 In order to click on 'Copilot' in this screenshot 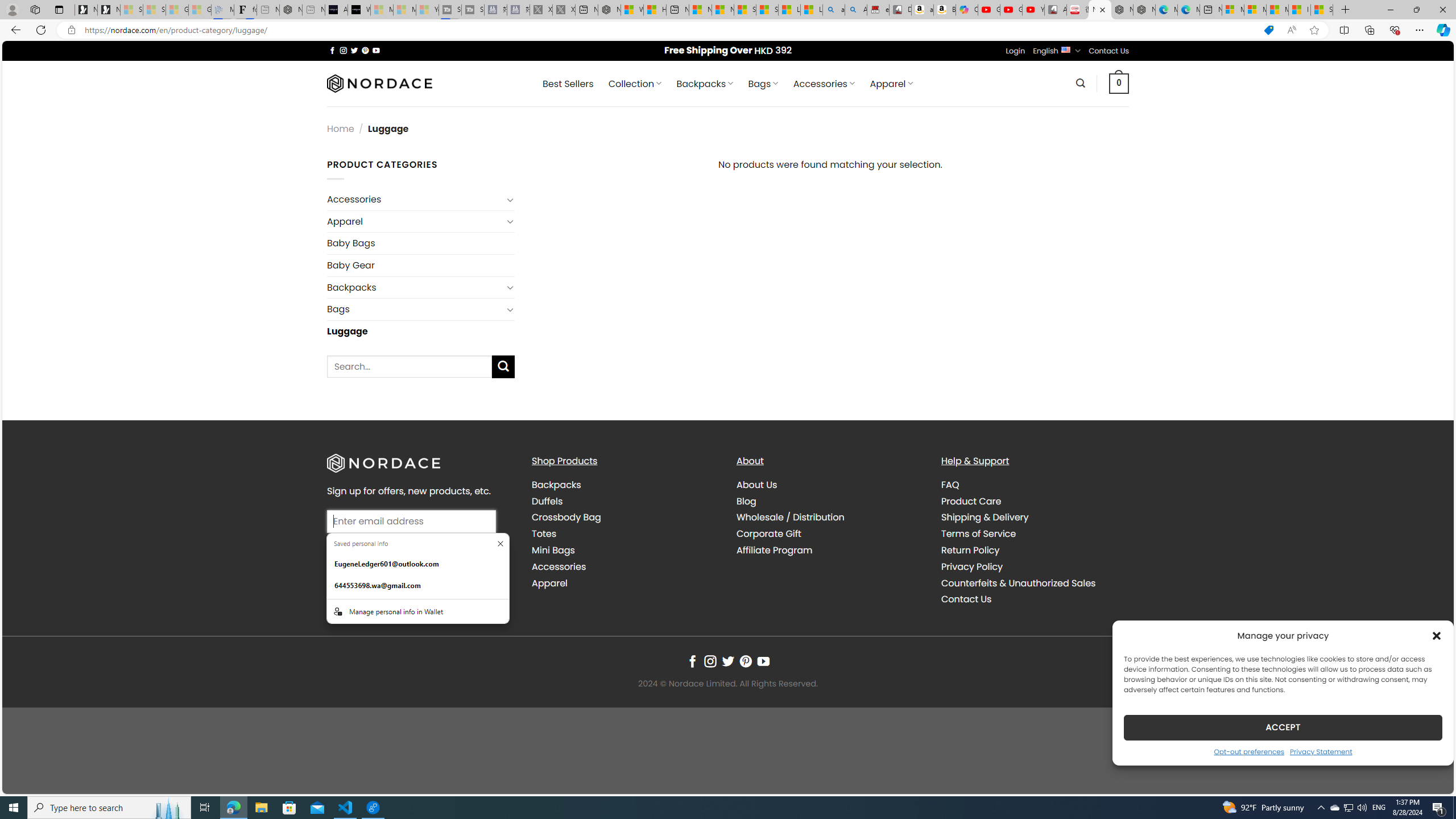, I will do `click(966, 9)`.